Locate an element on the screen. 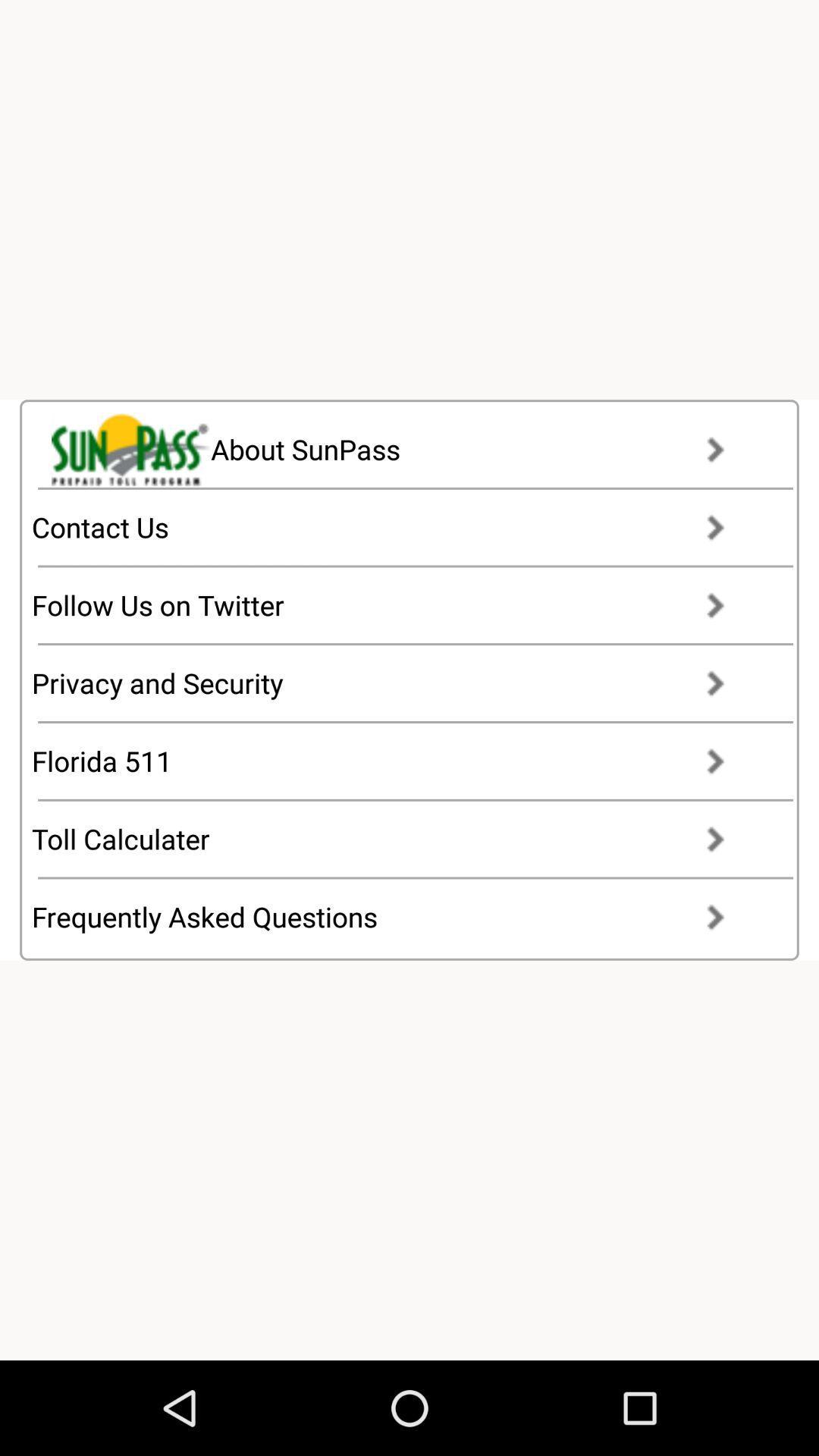  toll calculater is located at coordinates (391, 838).